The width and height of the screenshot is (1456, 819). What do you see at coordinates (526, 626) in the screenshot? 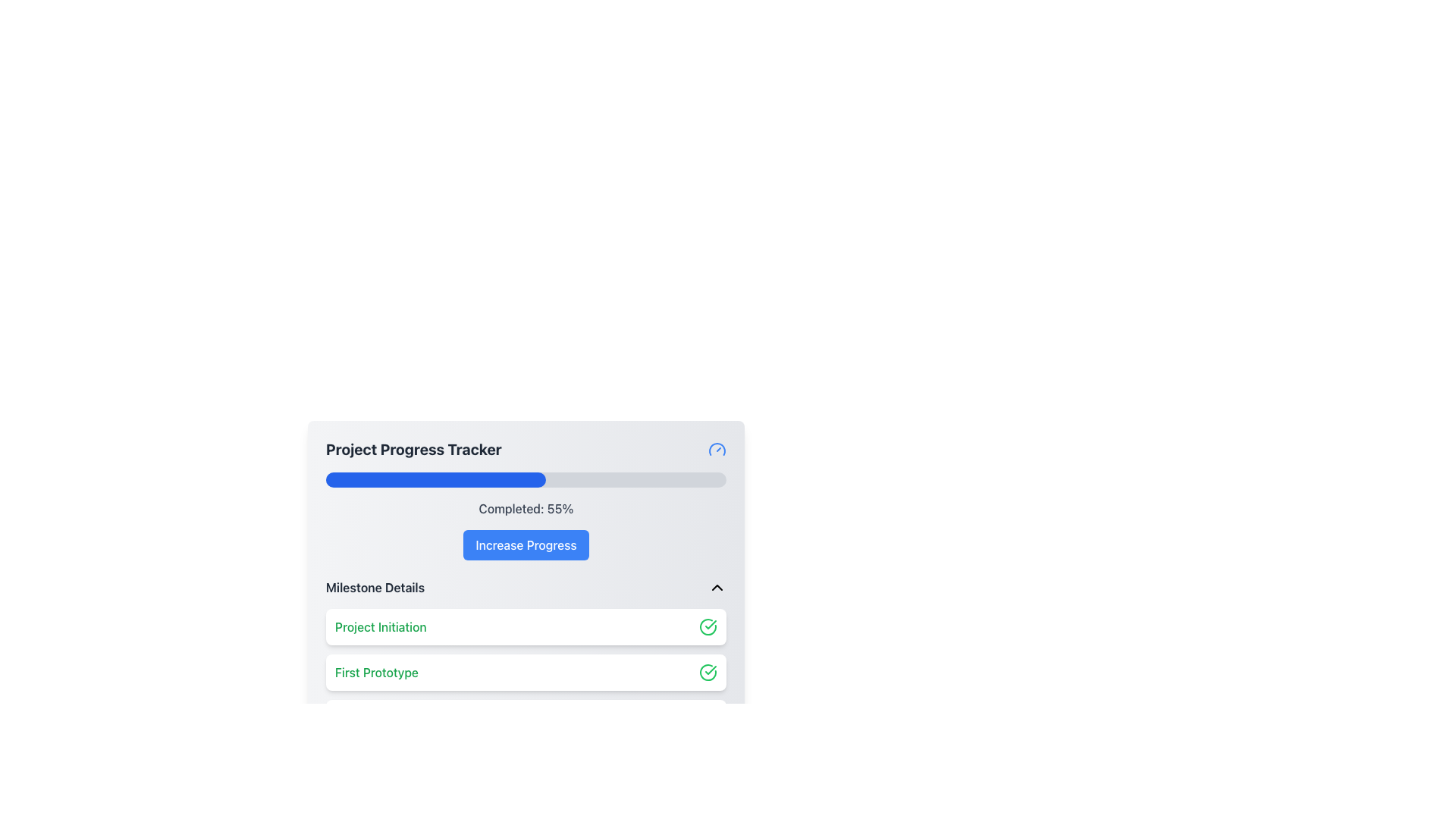
I see `the Informational section representing the milestone 'Project Initiation', which indicates it has been completed and is positioned under 'Milestone Details'` at bounding box center [526, 626].